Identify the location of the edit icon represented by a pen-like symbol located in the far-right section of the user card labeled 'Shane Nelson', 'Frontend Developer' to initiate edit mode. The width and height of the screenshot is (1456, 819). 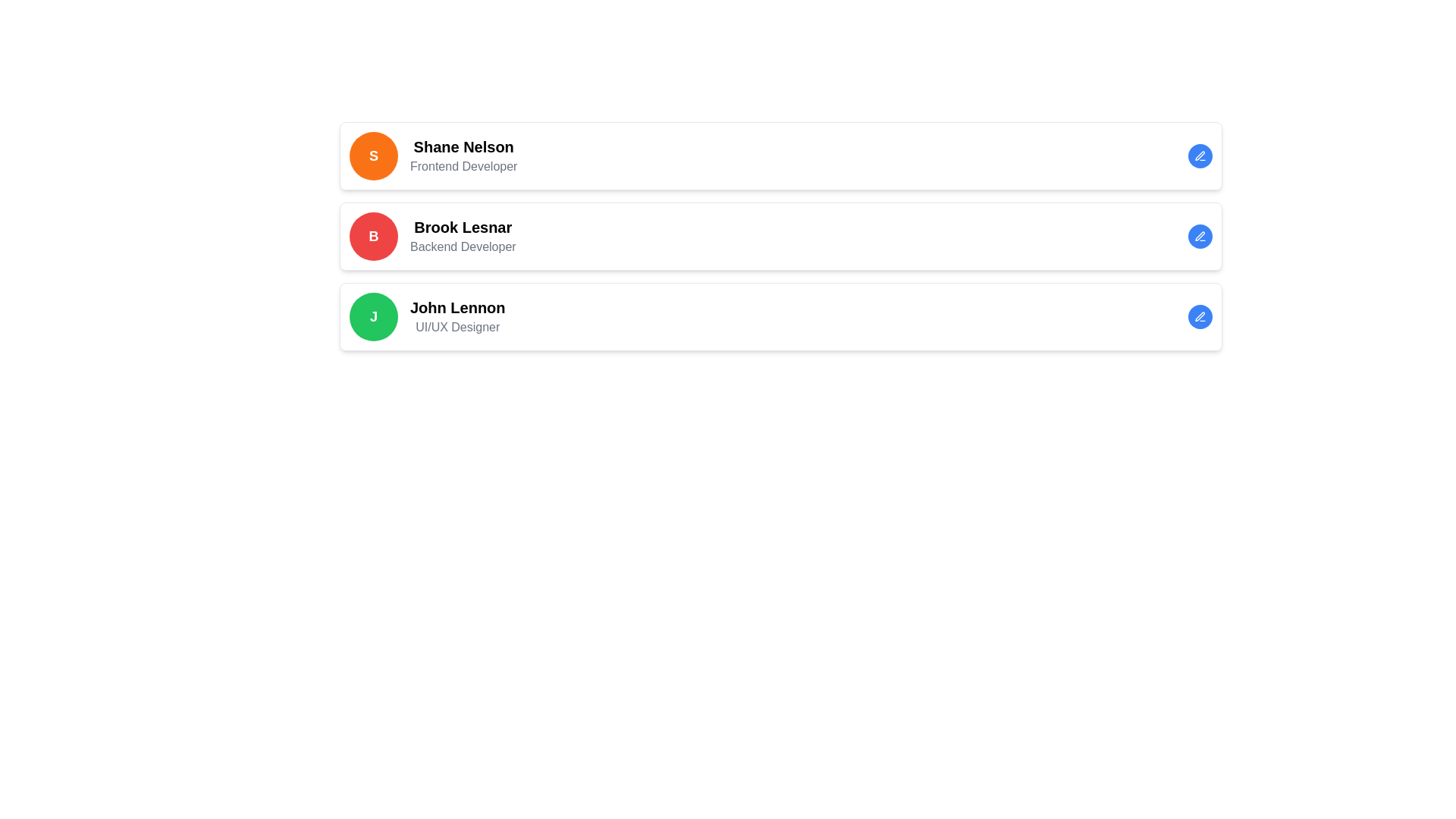
(1199, 155).